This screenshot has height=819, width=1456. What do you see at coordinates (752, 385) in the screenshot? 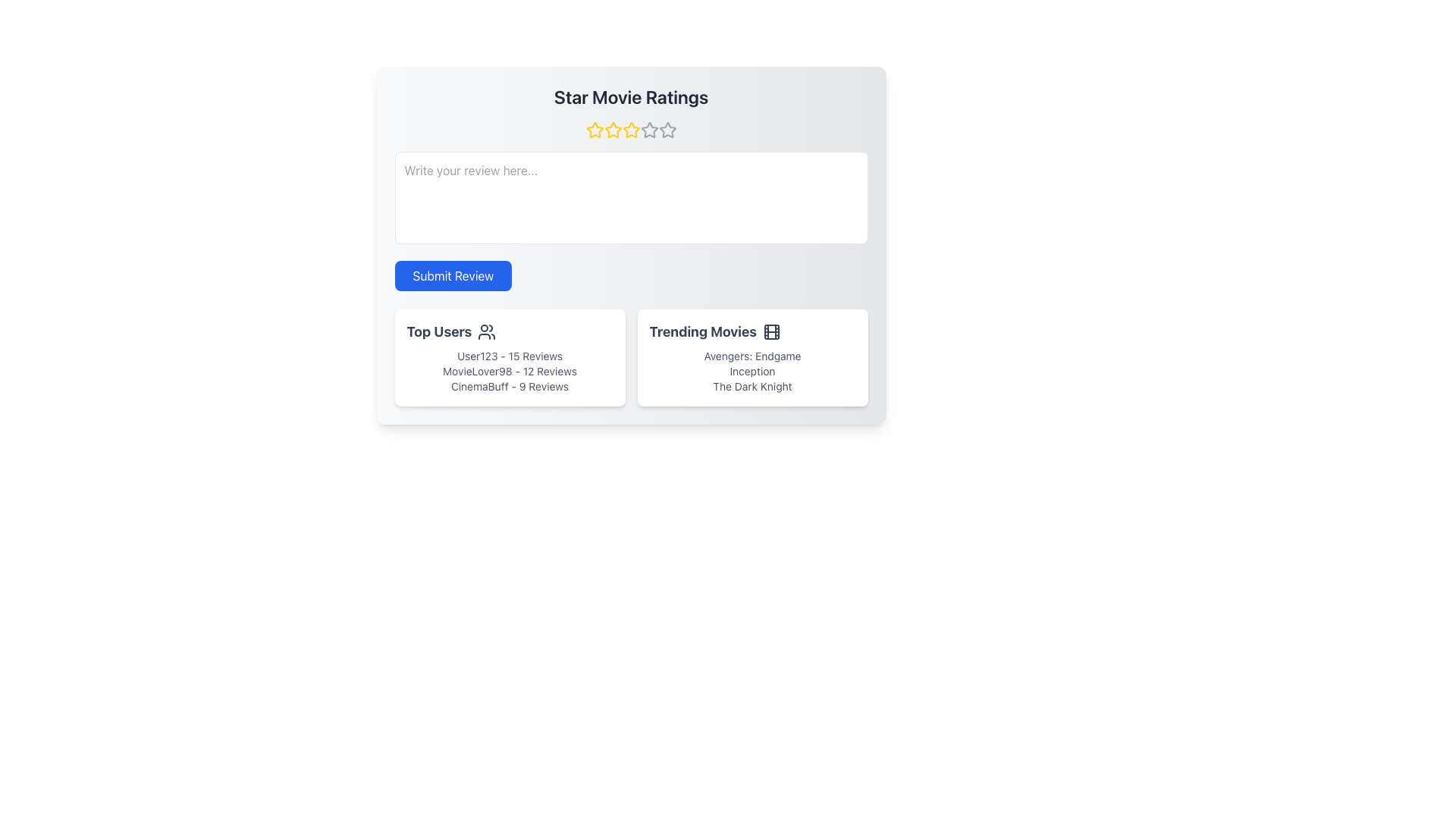
I see `the static text displaying the title 'The Dark Knight' in the 'Trending Movies' section, which is the bottom-most entry in the list` at bounding box center [752, 385].